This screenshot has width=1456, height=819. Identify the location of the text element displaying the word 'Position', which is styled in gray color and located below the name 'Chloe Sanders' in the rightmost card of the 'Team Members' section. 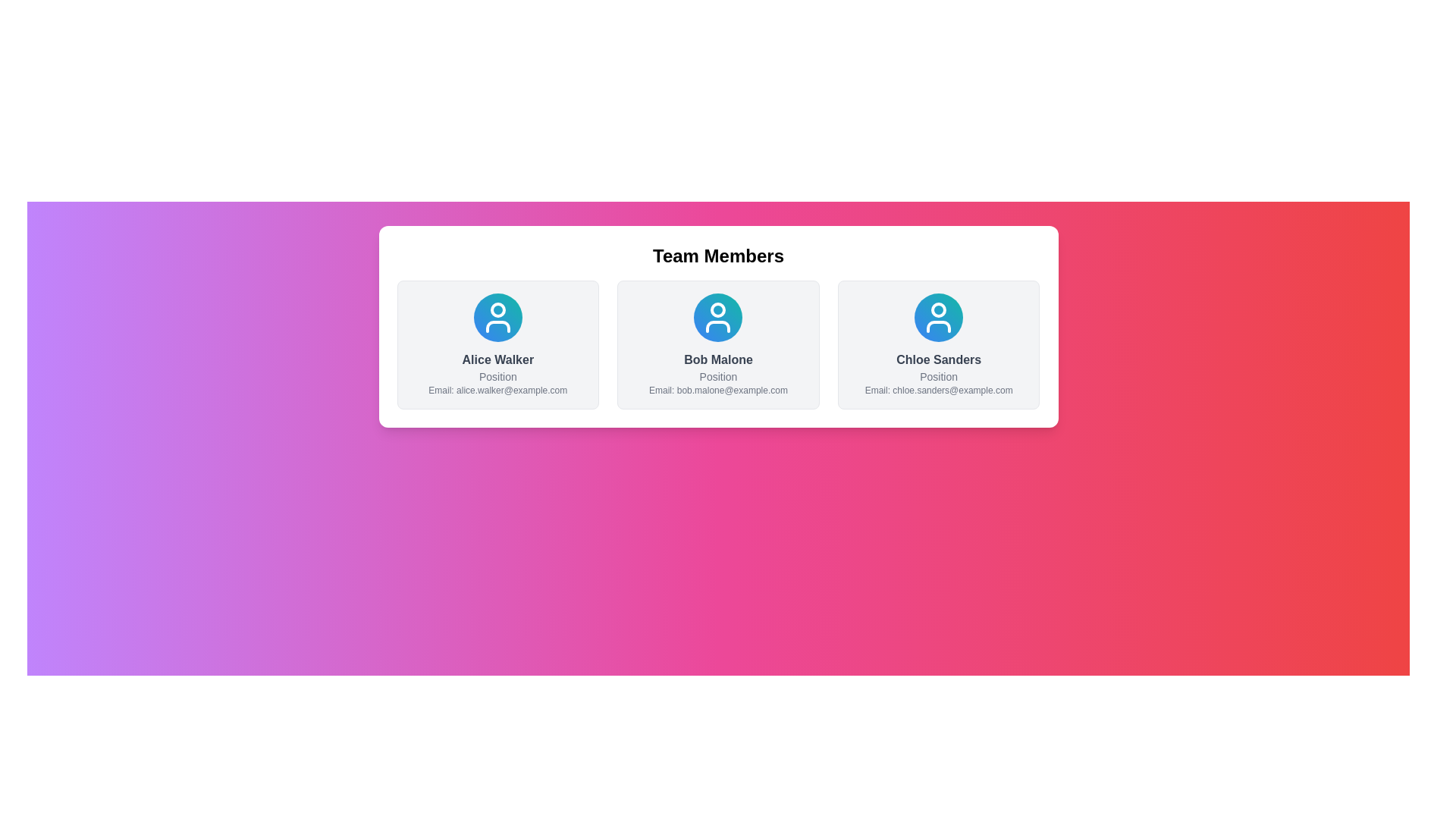
(938, 376).